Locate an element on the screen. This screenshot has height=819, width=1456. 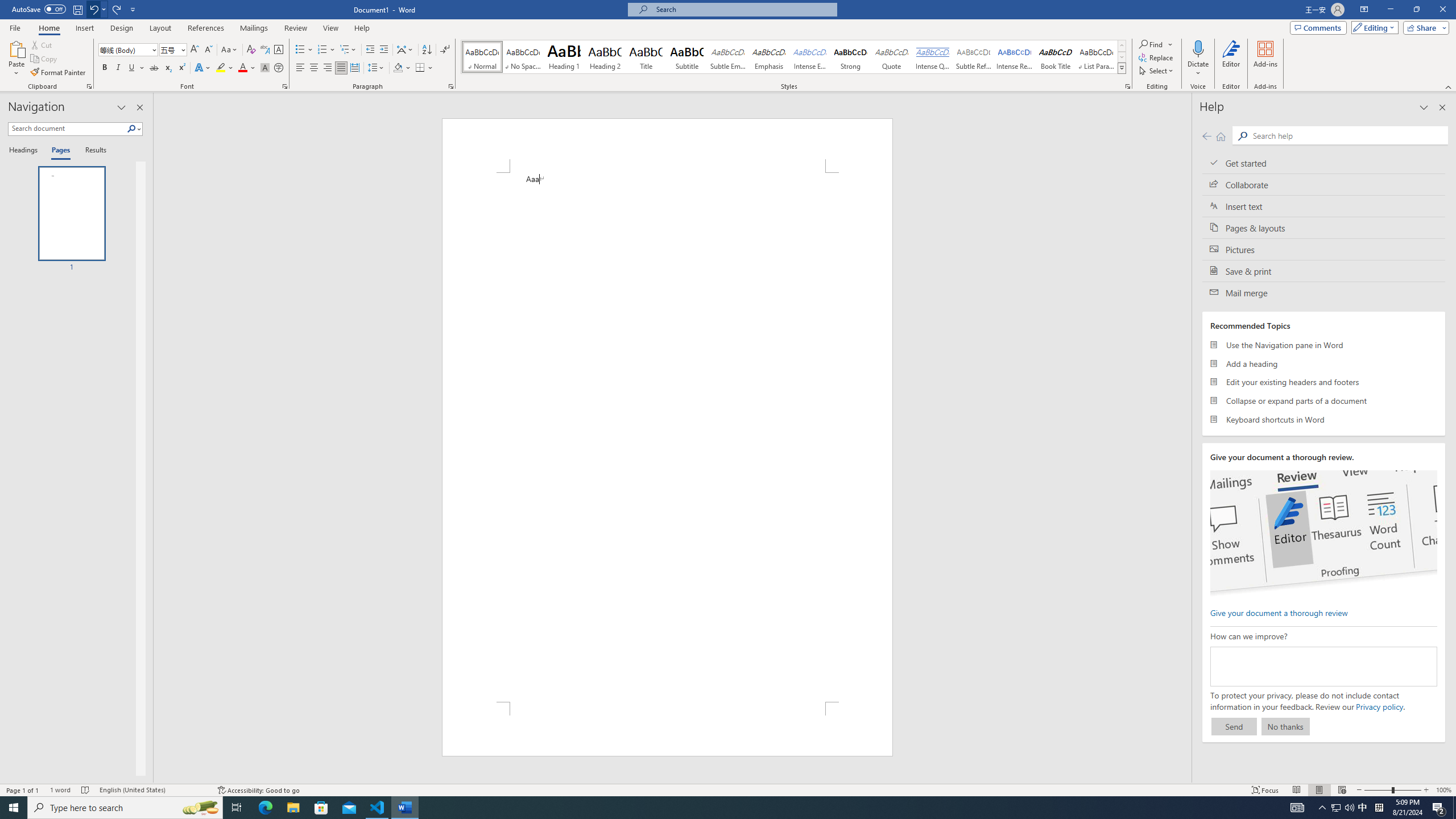
'Mail merge' is located at coordinates (1323, 292).